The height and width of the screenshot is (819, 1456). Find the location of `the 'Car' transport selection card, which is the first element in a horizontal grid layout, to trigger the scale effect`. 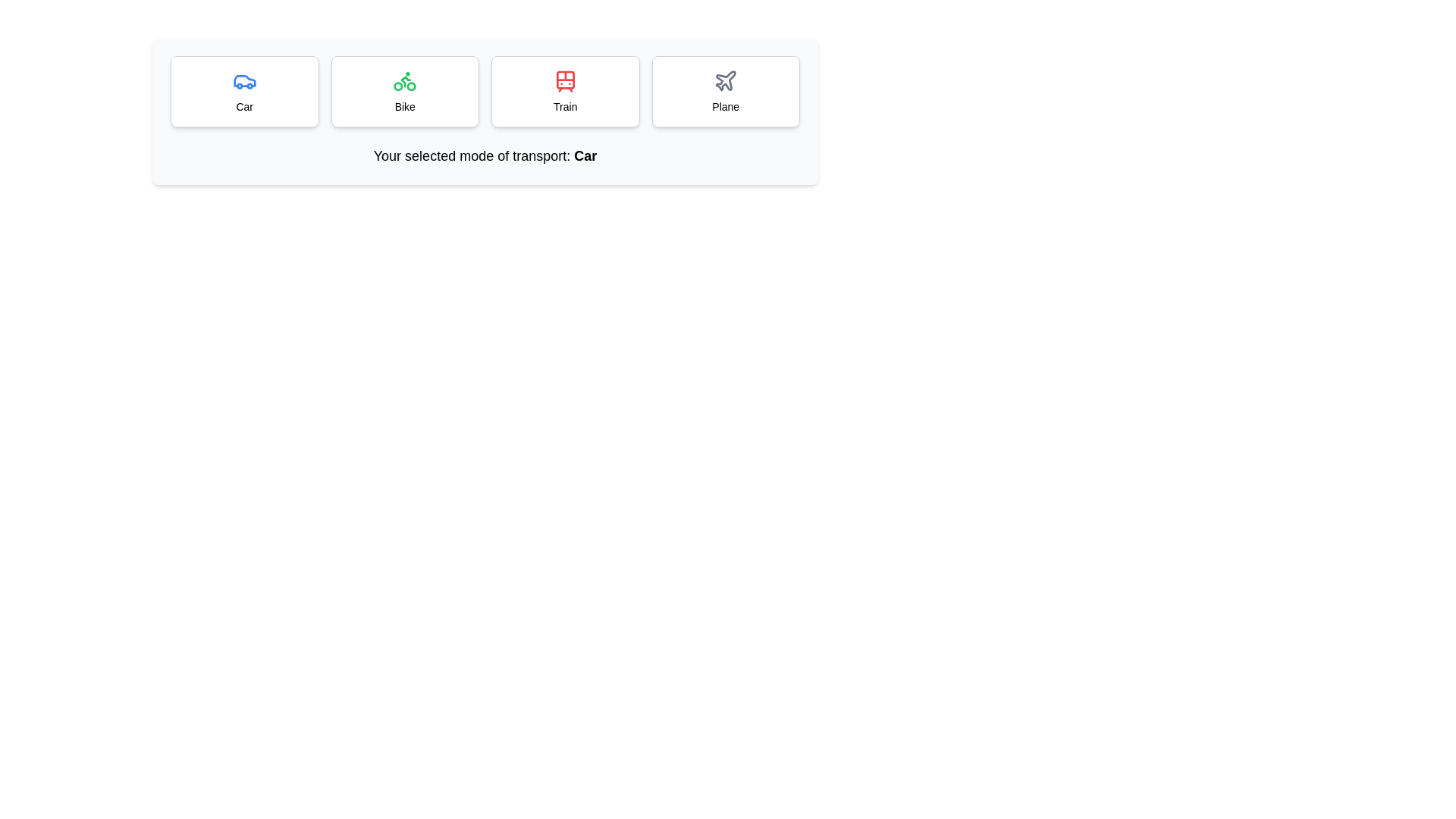

the 'Car' transport selection card, which is the first element in a horizontal grid layout, to trigger the scale effect is located at coordinates (244, 91).